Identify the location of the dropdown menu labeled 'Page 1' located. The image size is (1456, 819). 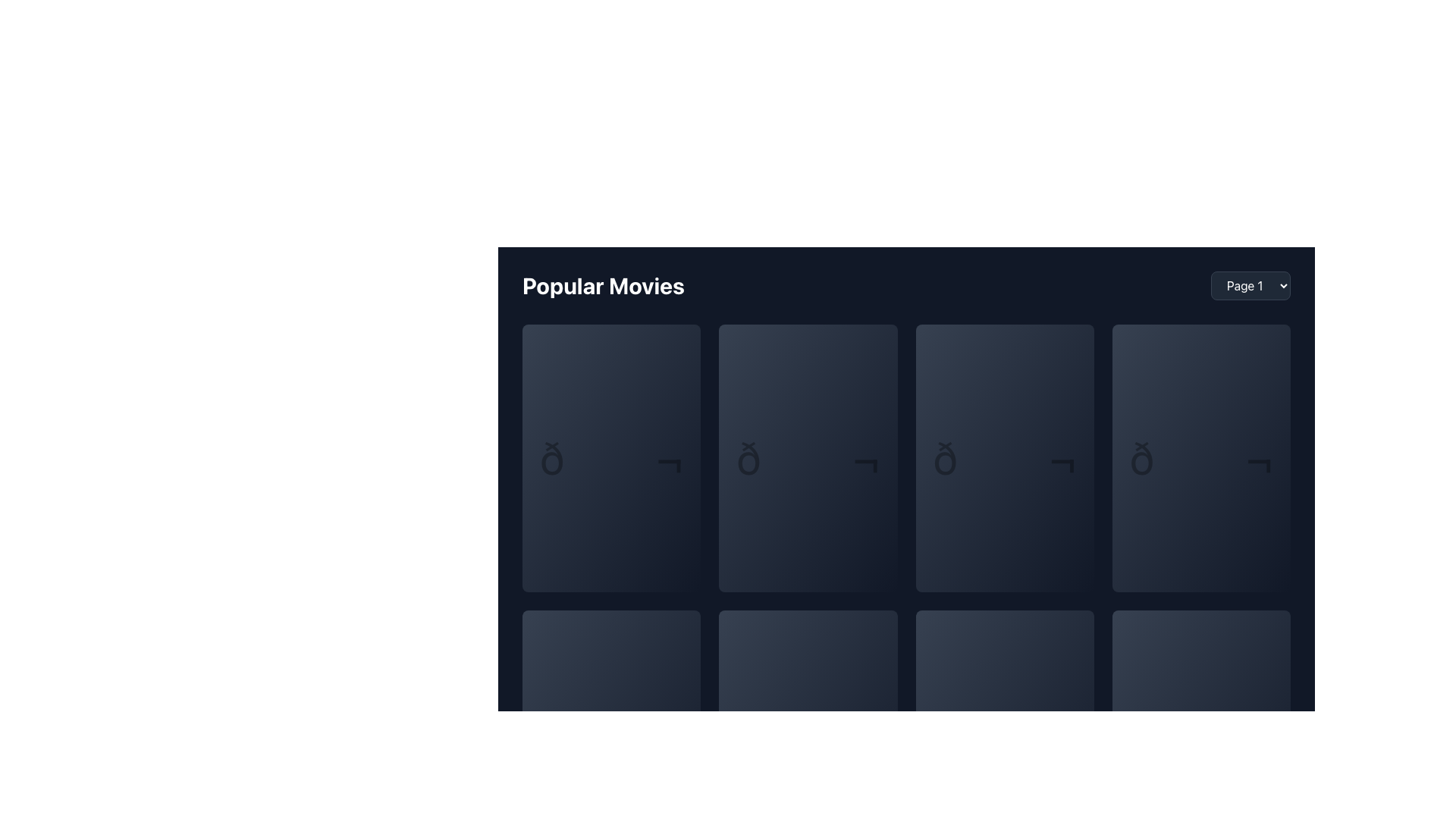
(1250, 286).